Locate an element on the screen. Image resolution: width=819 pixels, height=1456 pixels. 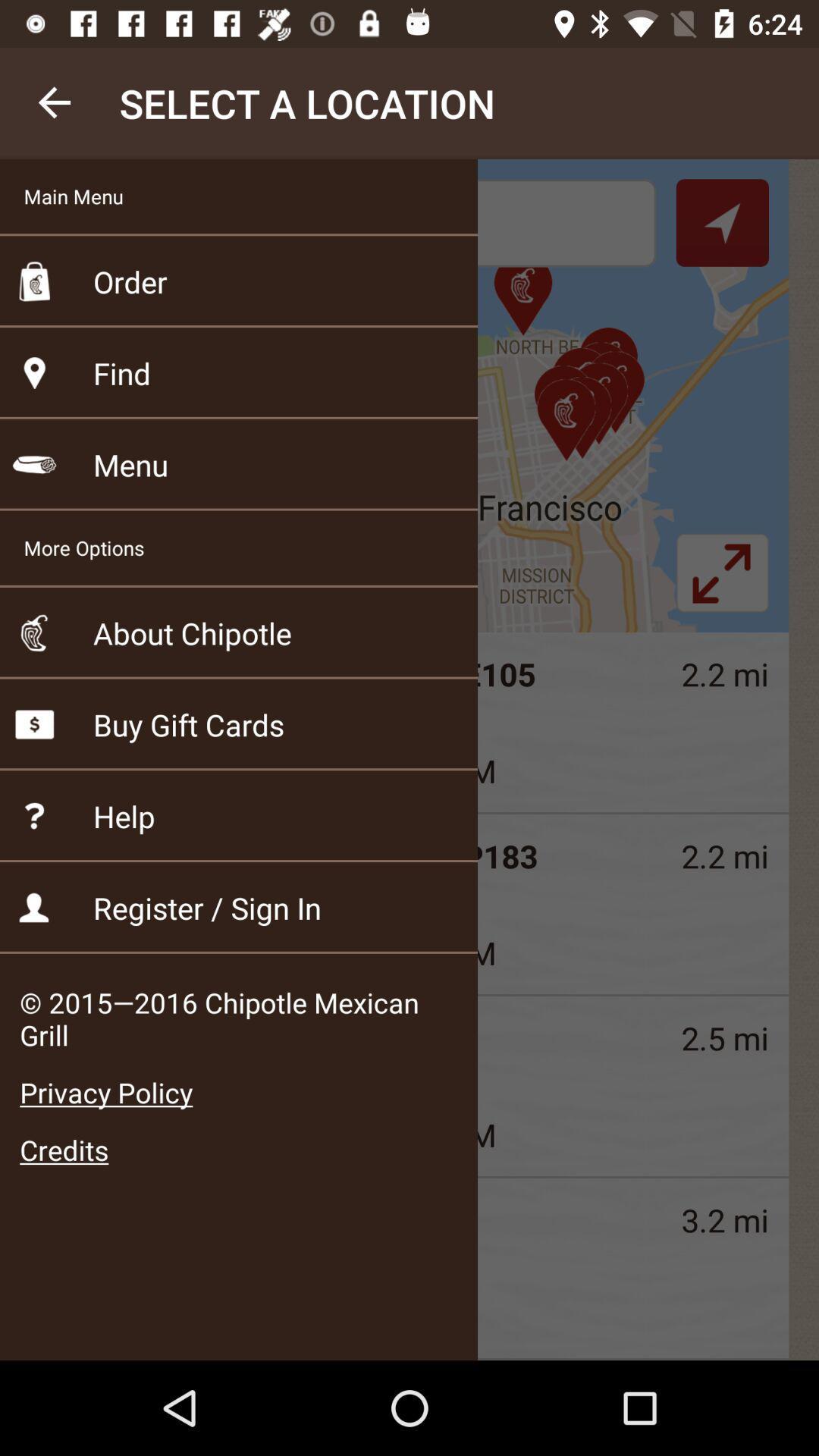
the navigation icon is located at coordinates (721, 221).